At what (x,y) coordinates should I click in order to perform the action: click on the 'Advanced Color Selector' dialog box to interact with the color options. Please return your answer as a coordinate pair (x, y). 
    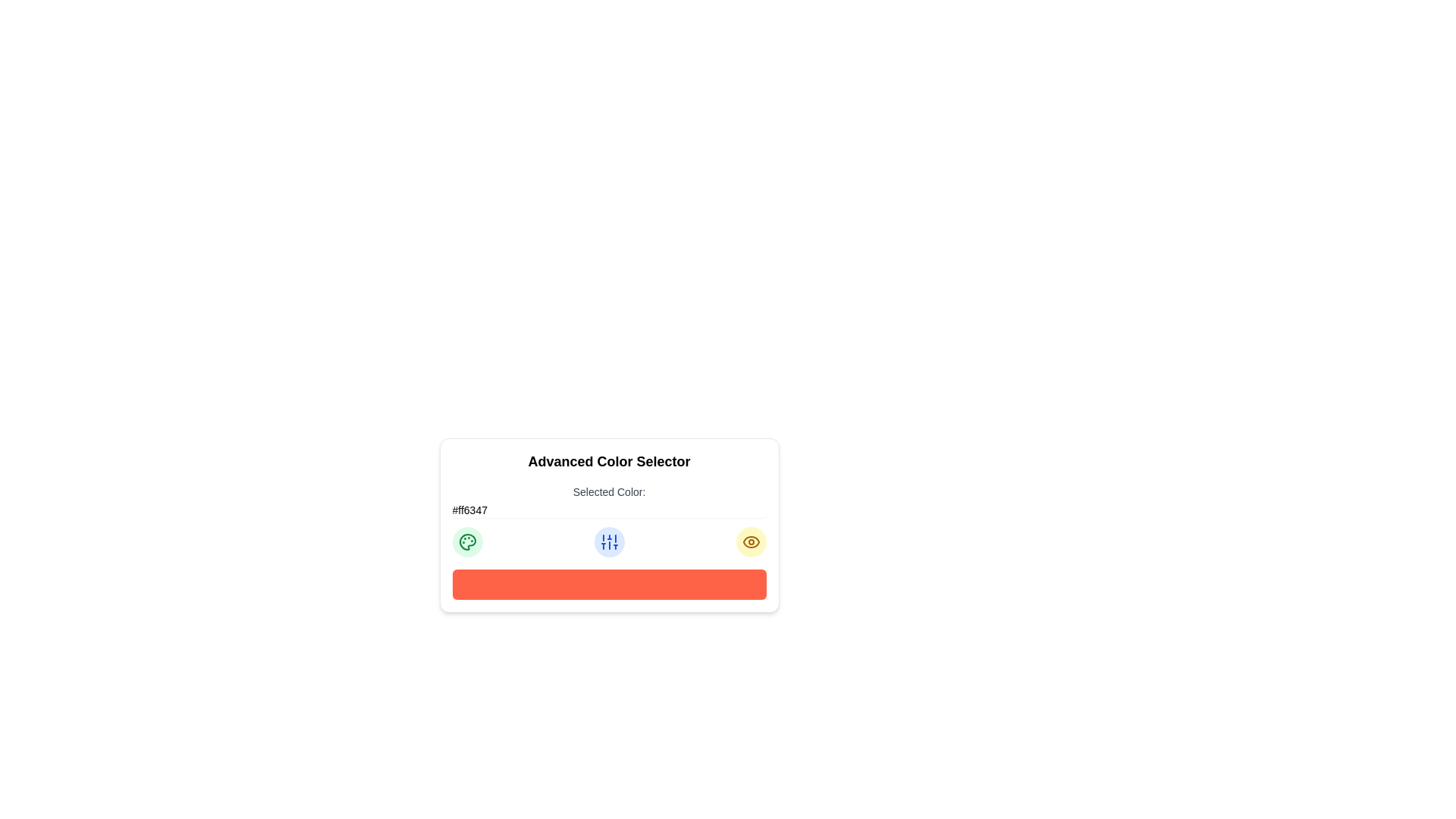
    Looking at the image, I should click on (609, 525).